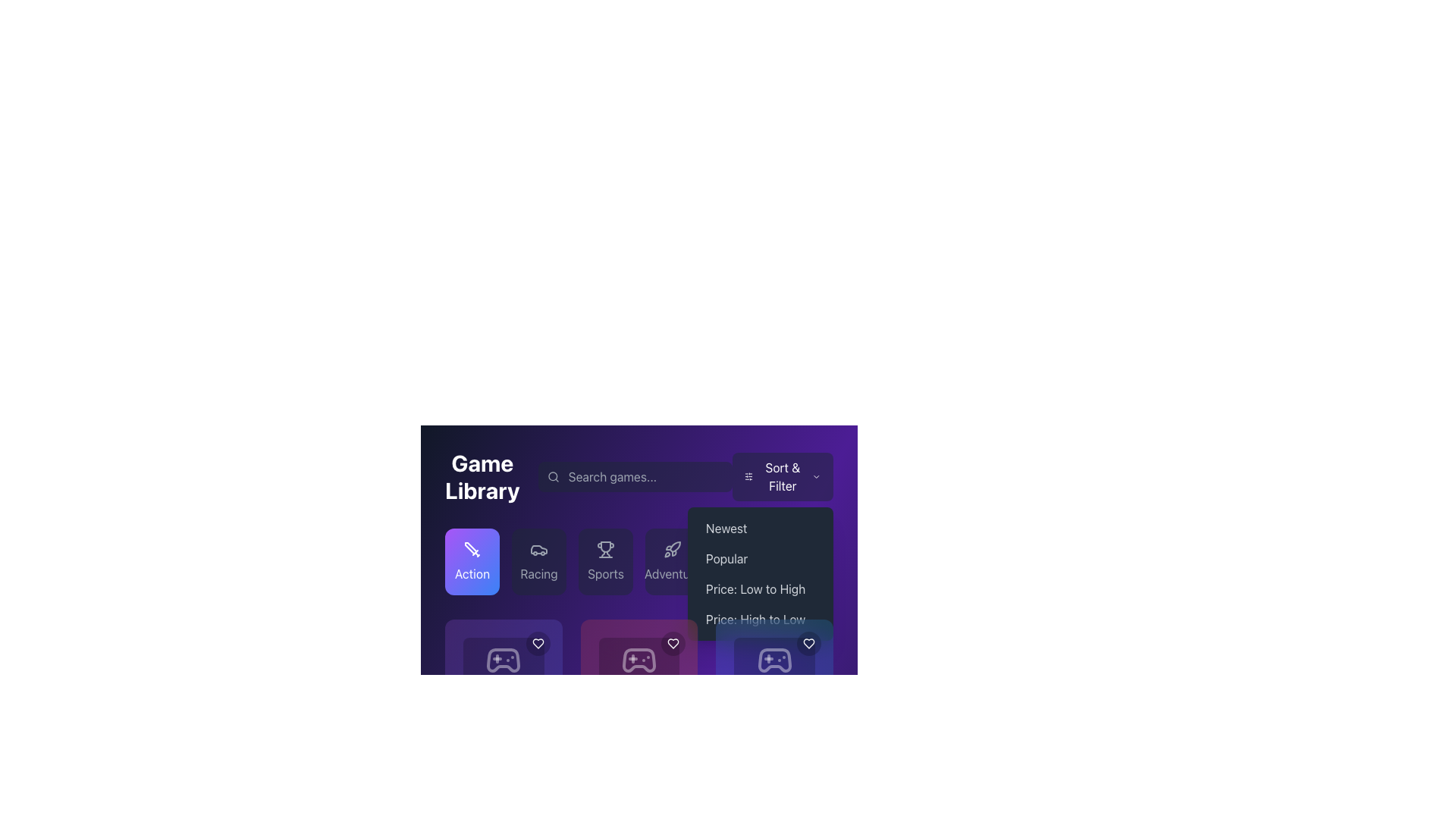  Describe the element at coordinates (673, 643) in the screenshot. I see `the heart-shaped icon button located in the top-right corner of the 'Shadow Realm' game card for accessibility navigation` at that location.